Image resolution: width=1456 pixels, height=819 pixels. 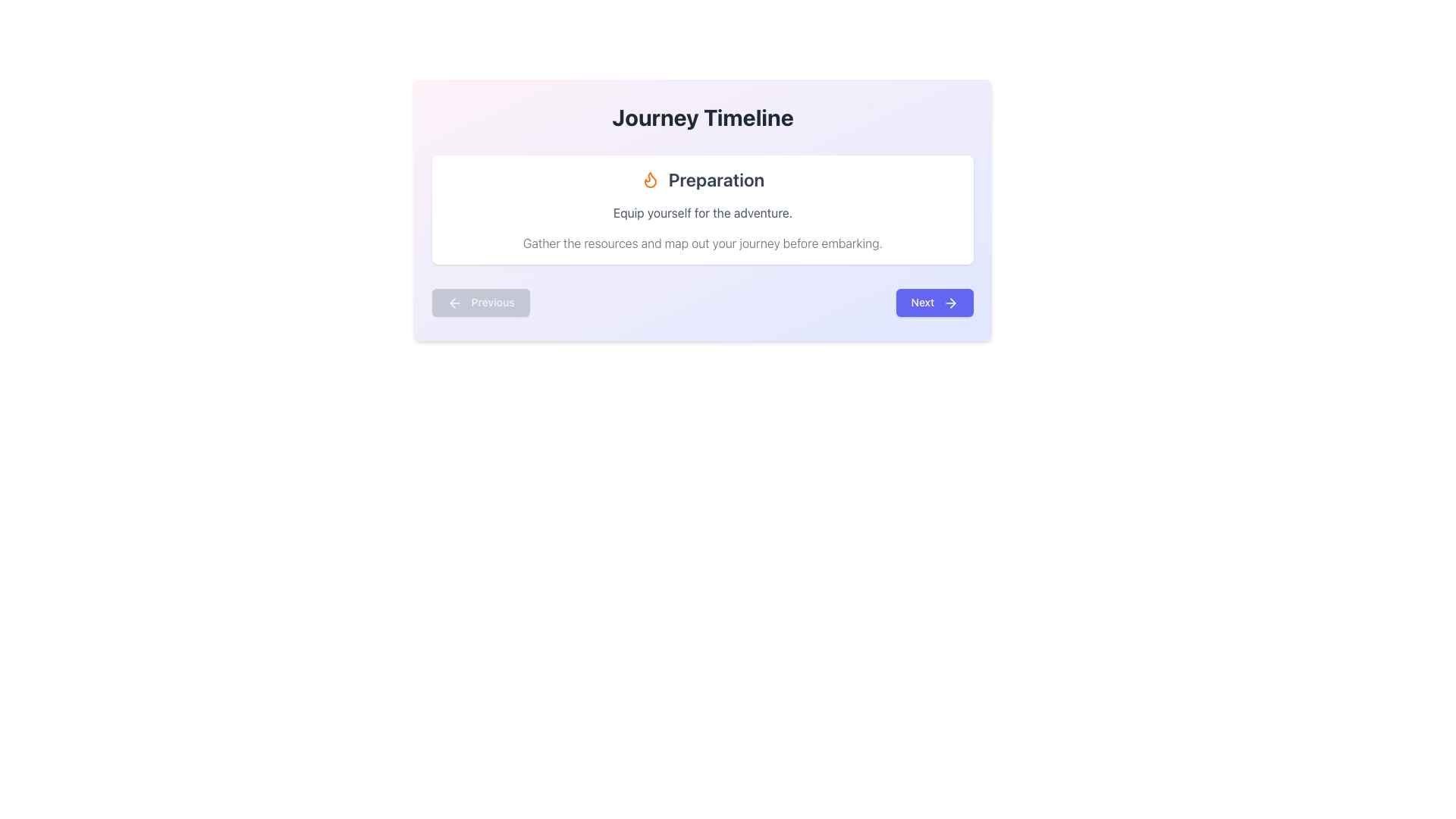 What do you see at coordinates (650, 178) in the screenshot?
I see `the orange flame icon located to the left of the text 'Preparation' in the interface` at bounding box center [650, 178].